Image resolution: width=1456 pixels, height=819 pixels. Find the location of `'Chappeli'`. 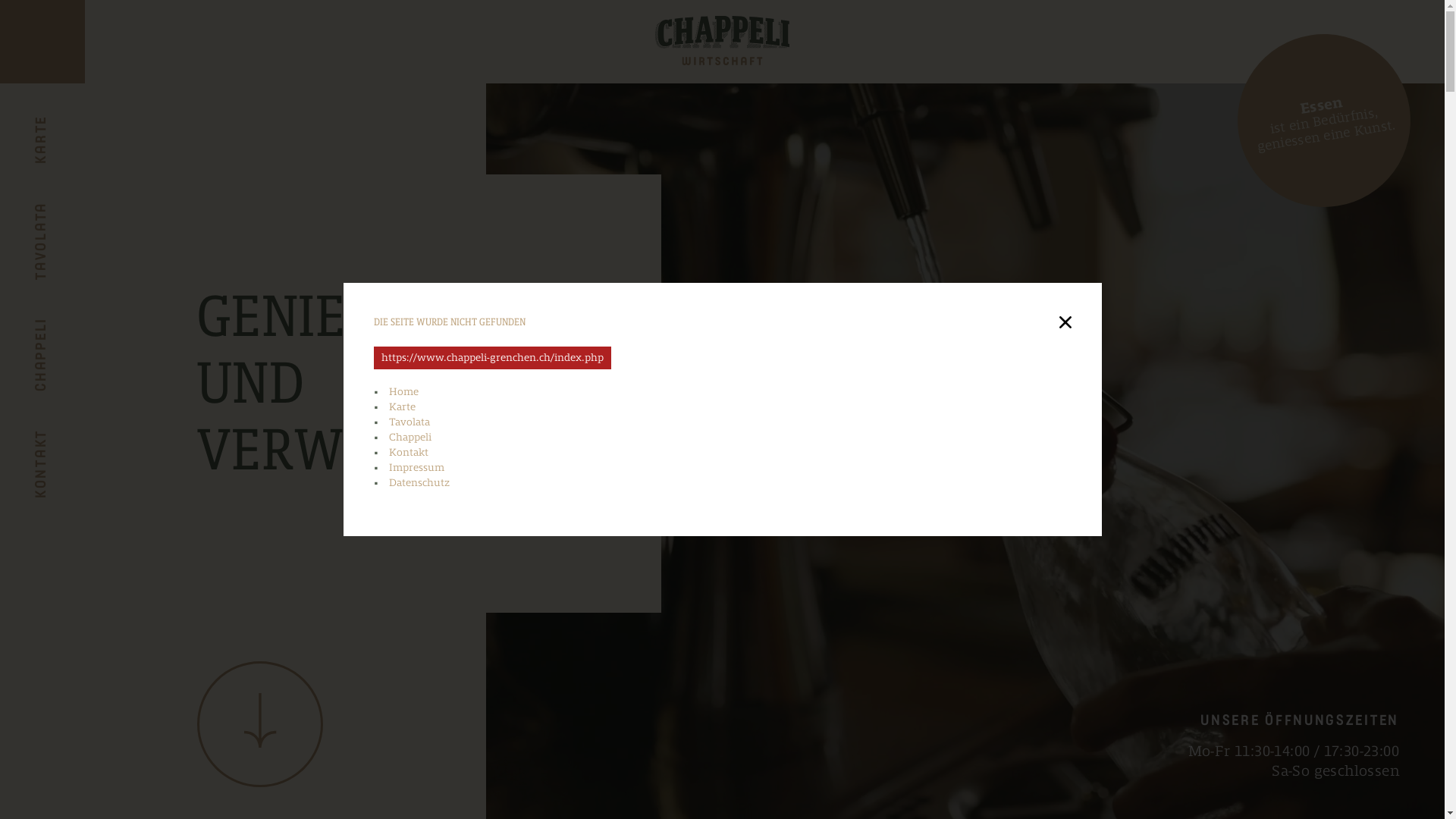

'Chappeli' is located at coordinates (409, 437).